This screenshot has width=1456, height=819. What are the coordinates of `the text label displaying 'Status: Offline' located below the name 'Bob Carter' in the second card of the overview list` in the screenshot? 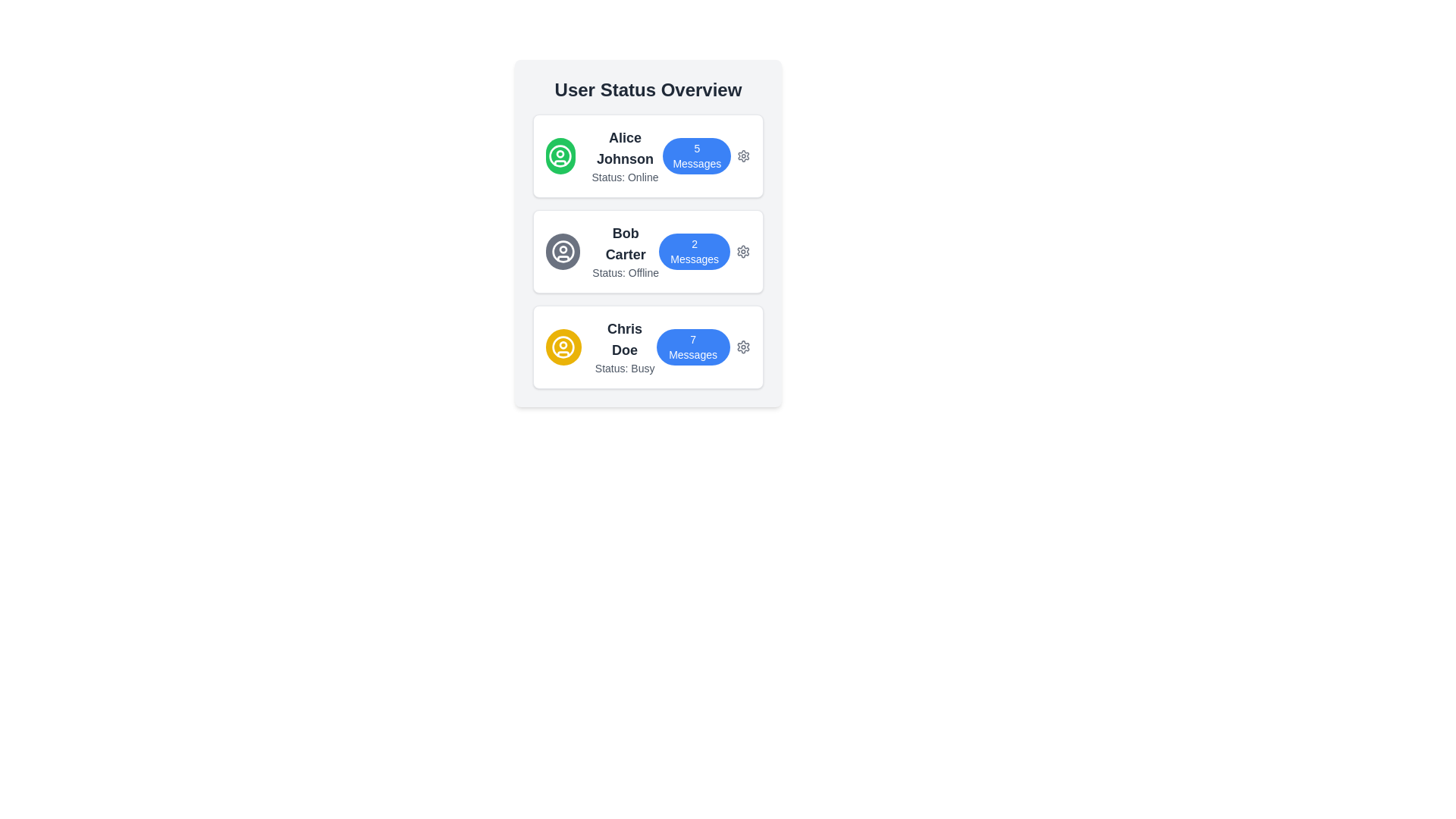 It's located at (626, 271).